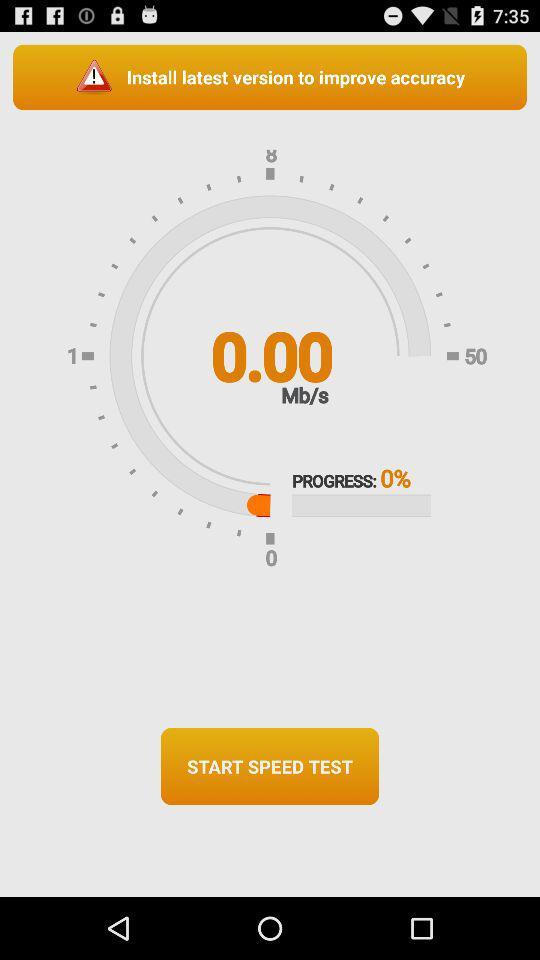 The width and height of the screenshot is (540, 960). I want to click on the start speed test icon, so click(270, 765).